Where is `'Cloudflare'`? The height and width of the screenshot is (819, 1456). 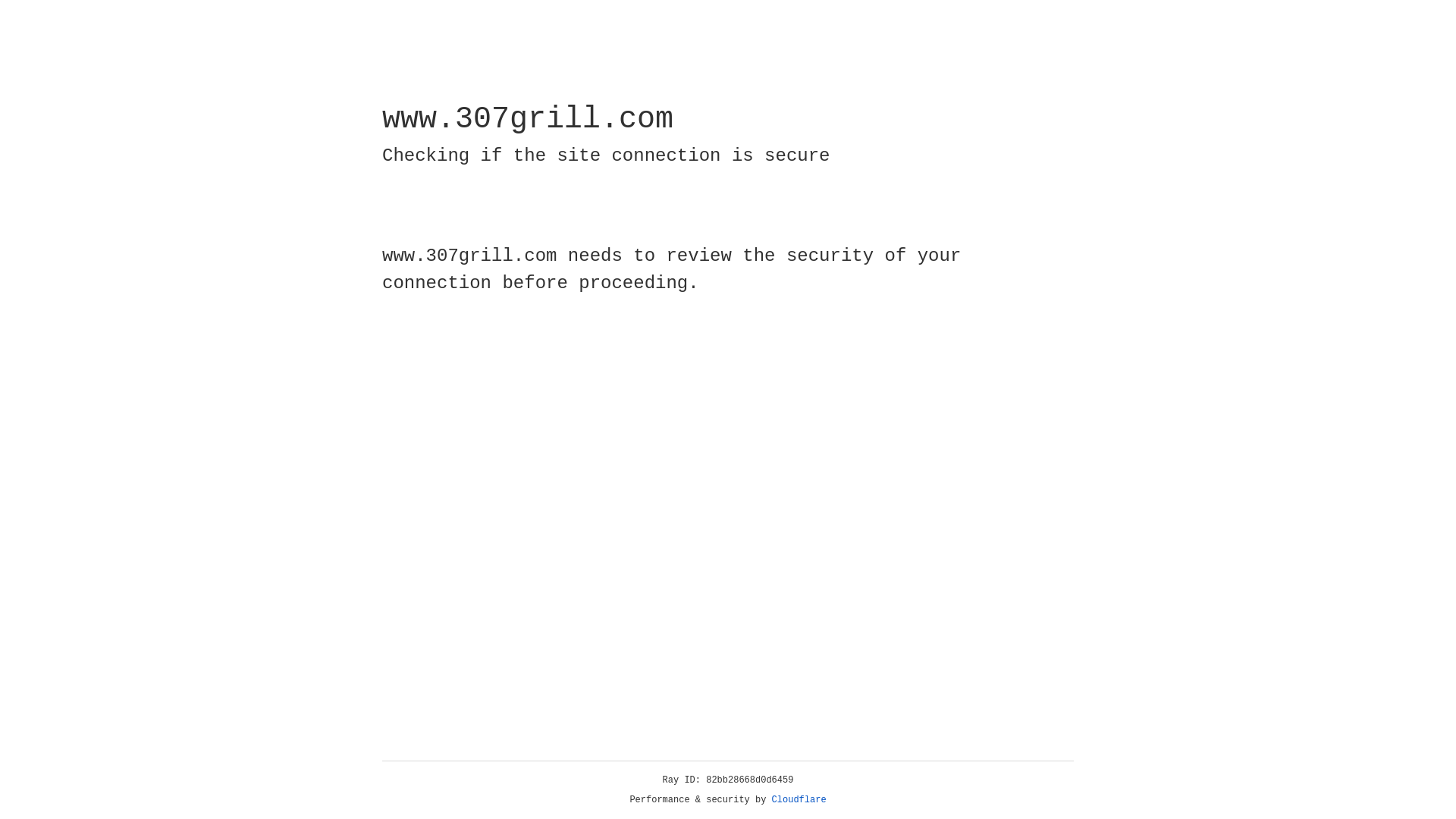
'Cloudflare' is located at coordinates (799, 799).